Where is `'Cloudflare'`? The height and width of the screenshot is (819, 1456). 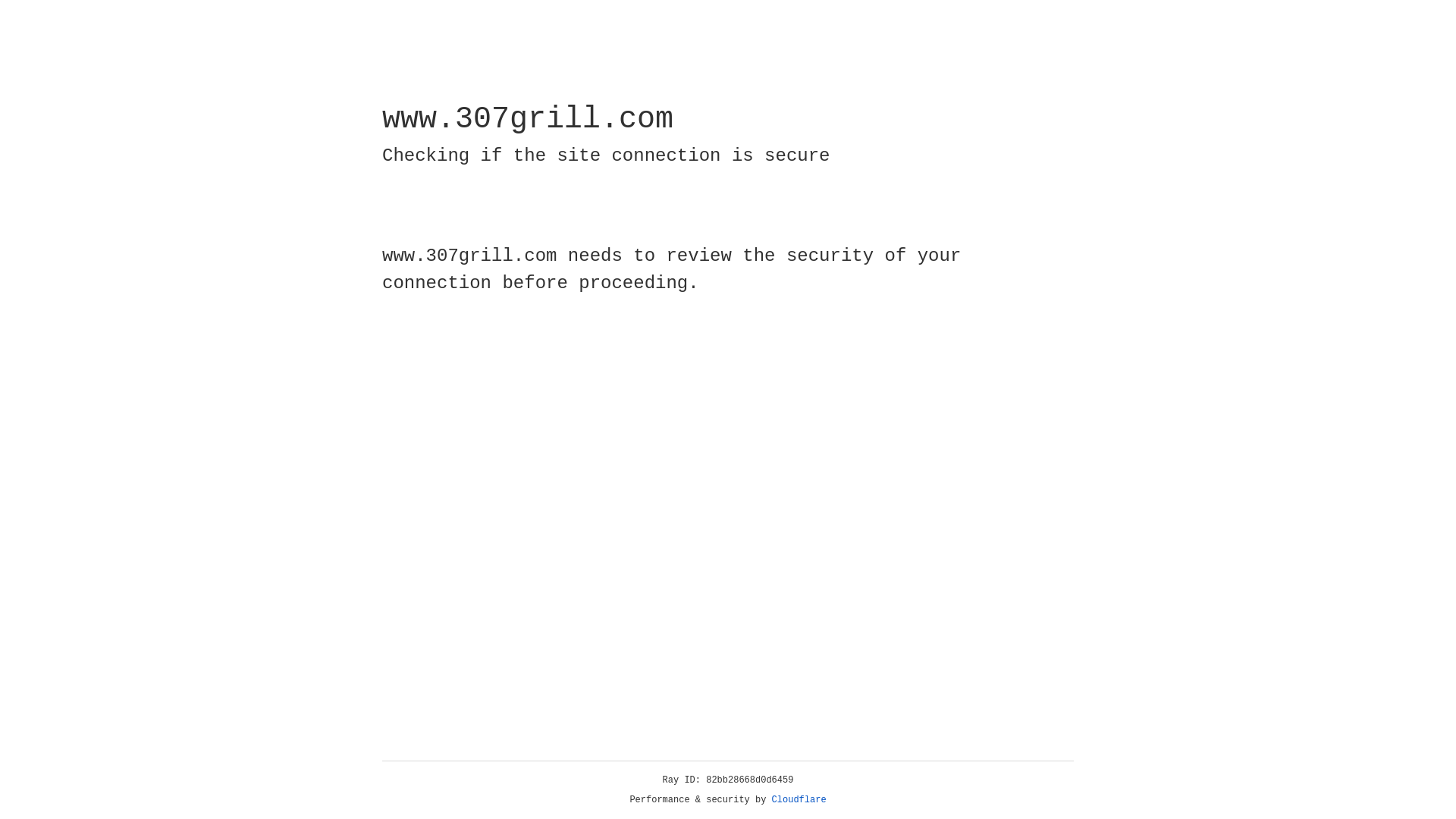
'Cloudflare' is located at coordinates (799, 799).